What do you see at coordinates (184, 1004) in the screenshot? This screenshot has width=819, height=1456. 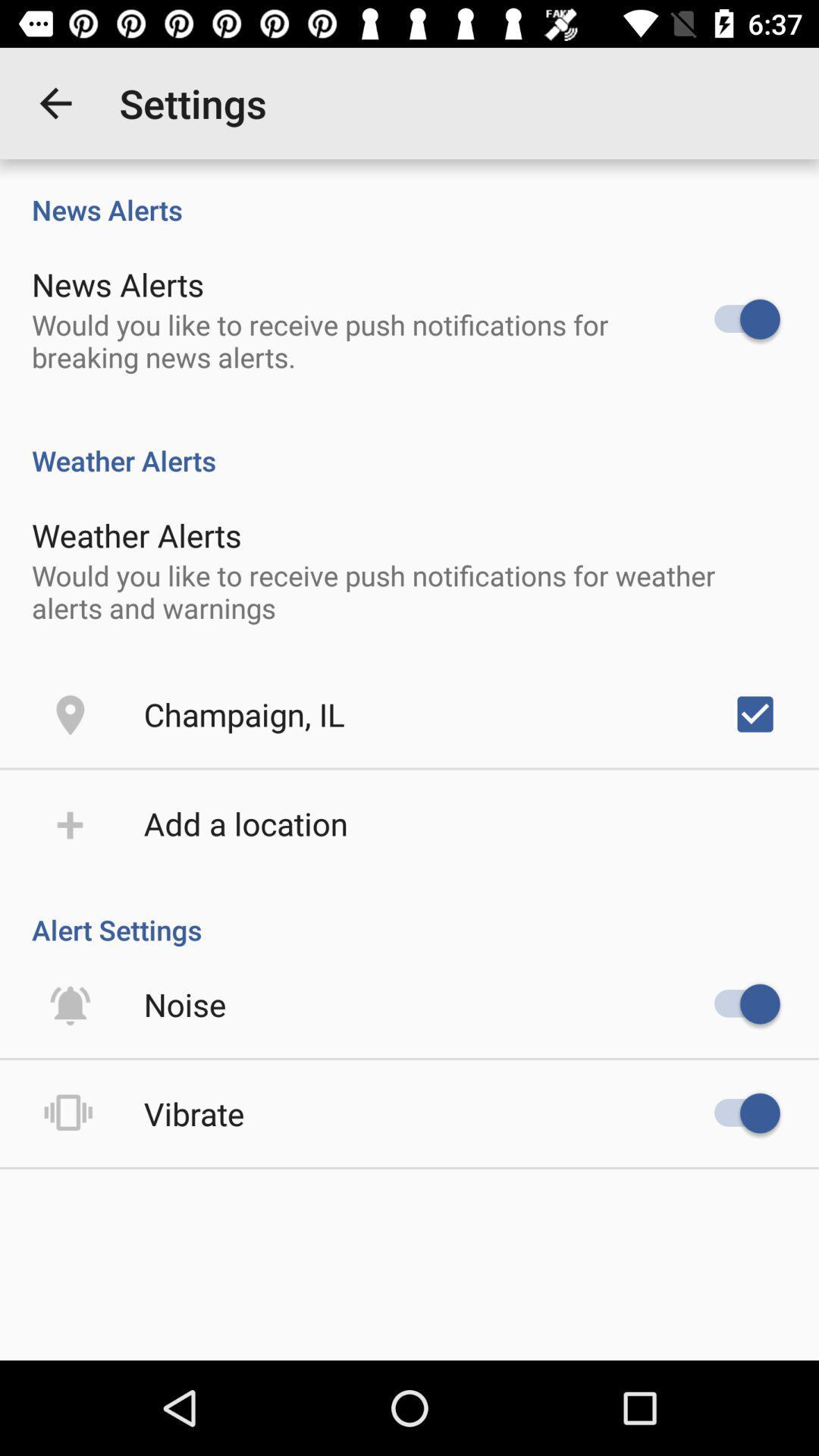 I see `the item below the alert settings item` at bounding box center [184, 1004].